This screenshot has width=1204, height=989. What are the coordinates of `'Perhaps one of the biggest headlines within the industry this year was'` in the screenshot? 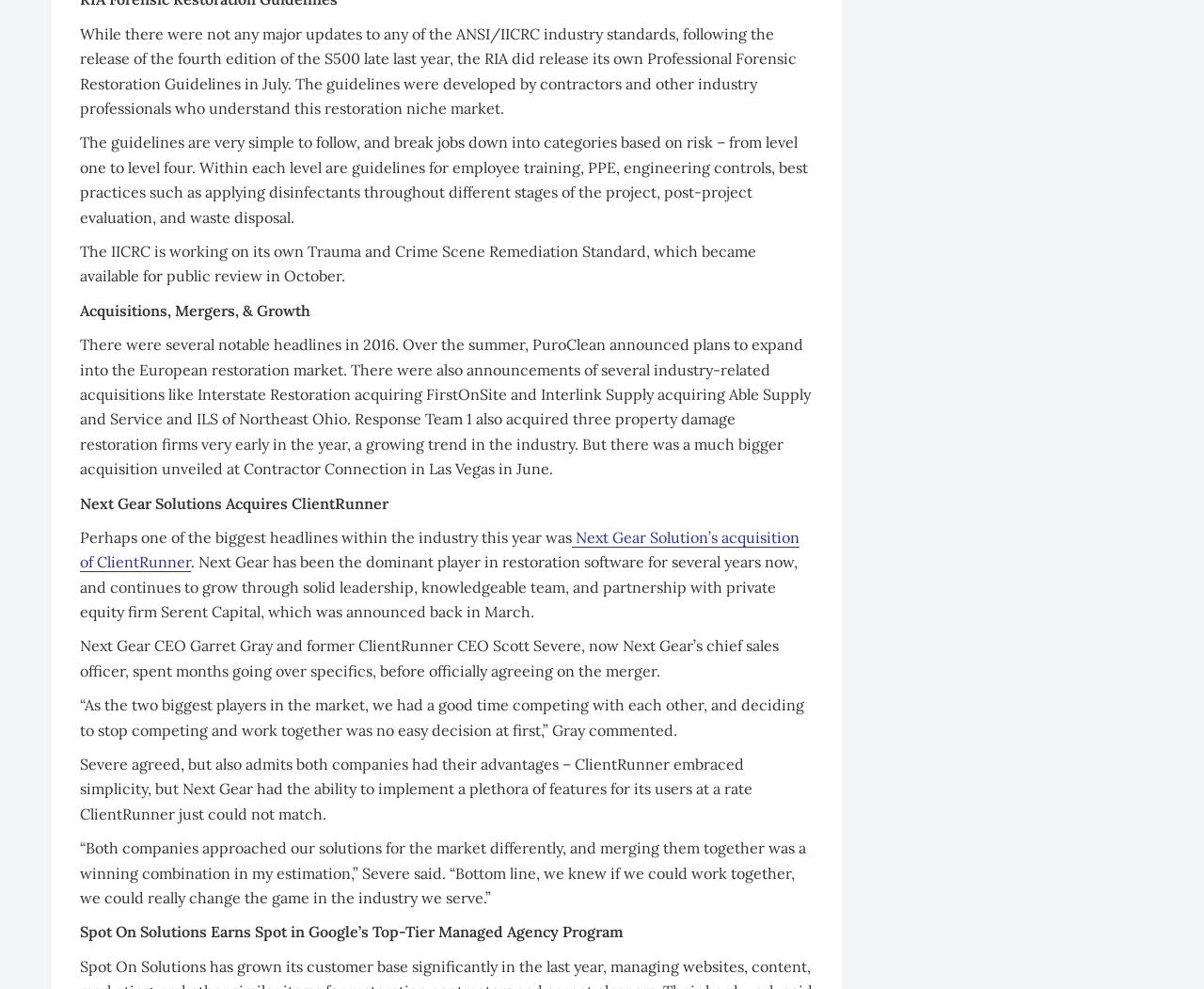 It's located at (325, 535).